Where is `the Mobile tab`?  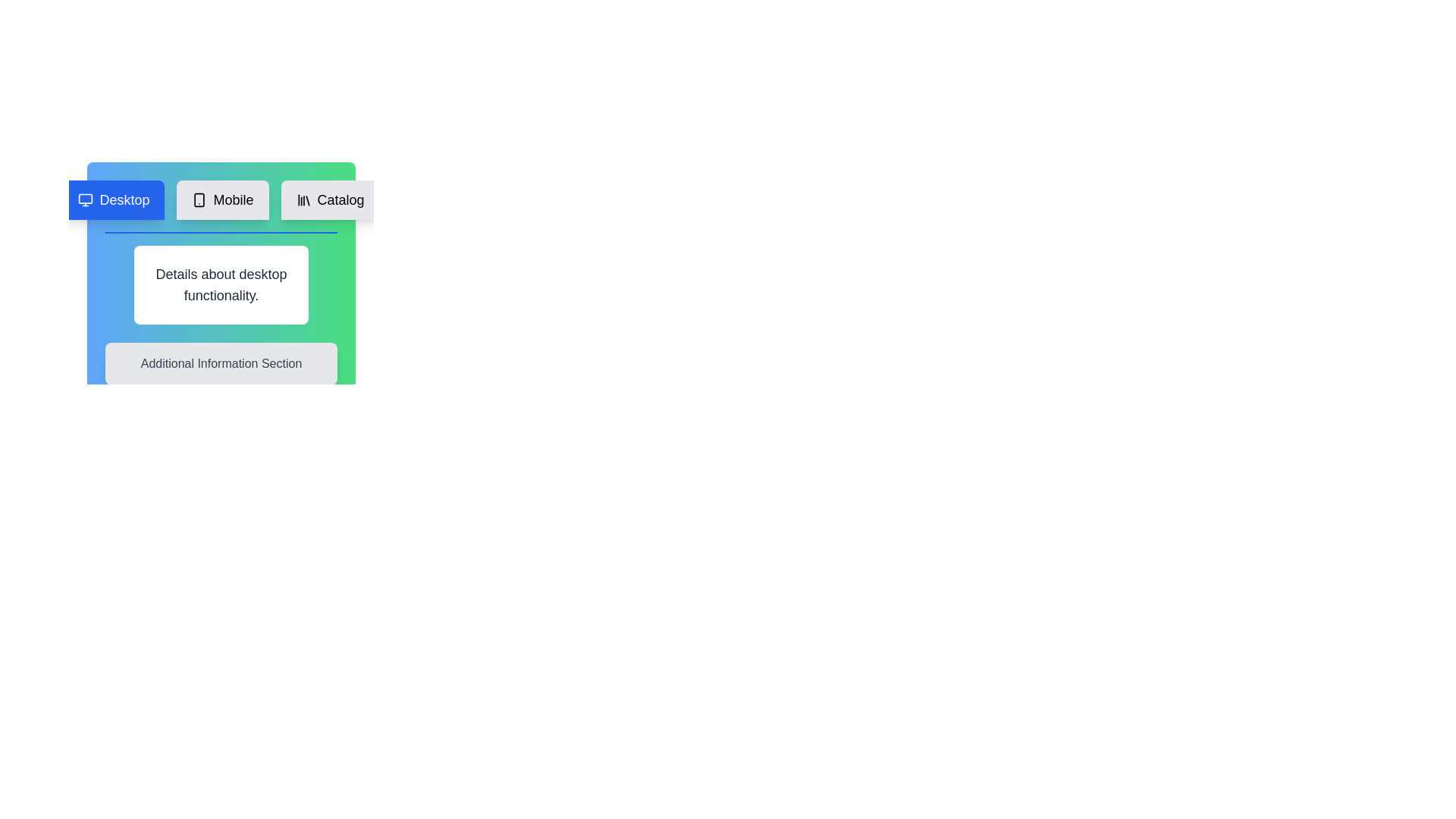 the Mobile tab is located at coordinates (221, 199).